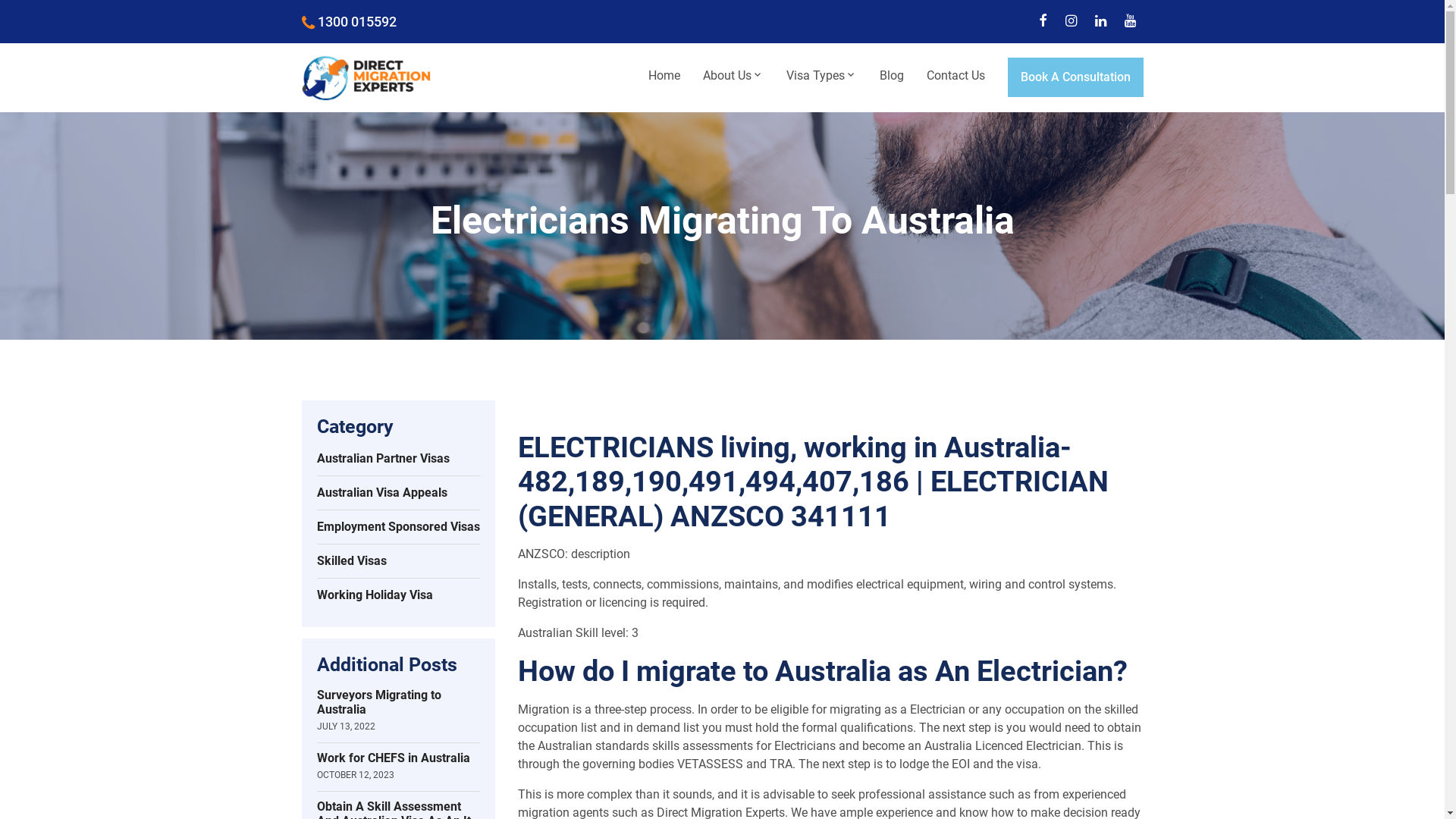  Describe the element at coordinates (954, 76) in the screenshot. I see `'Contact Us'` at that location.